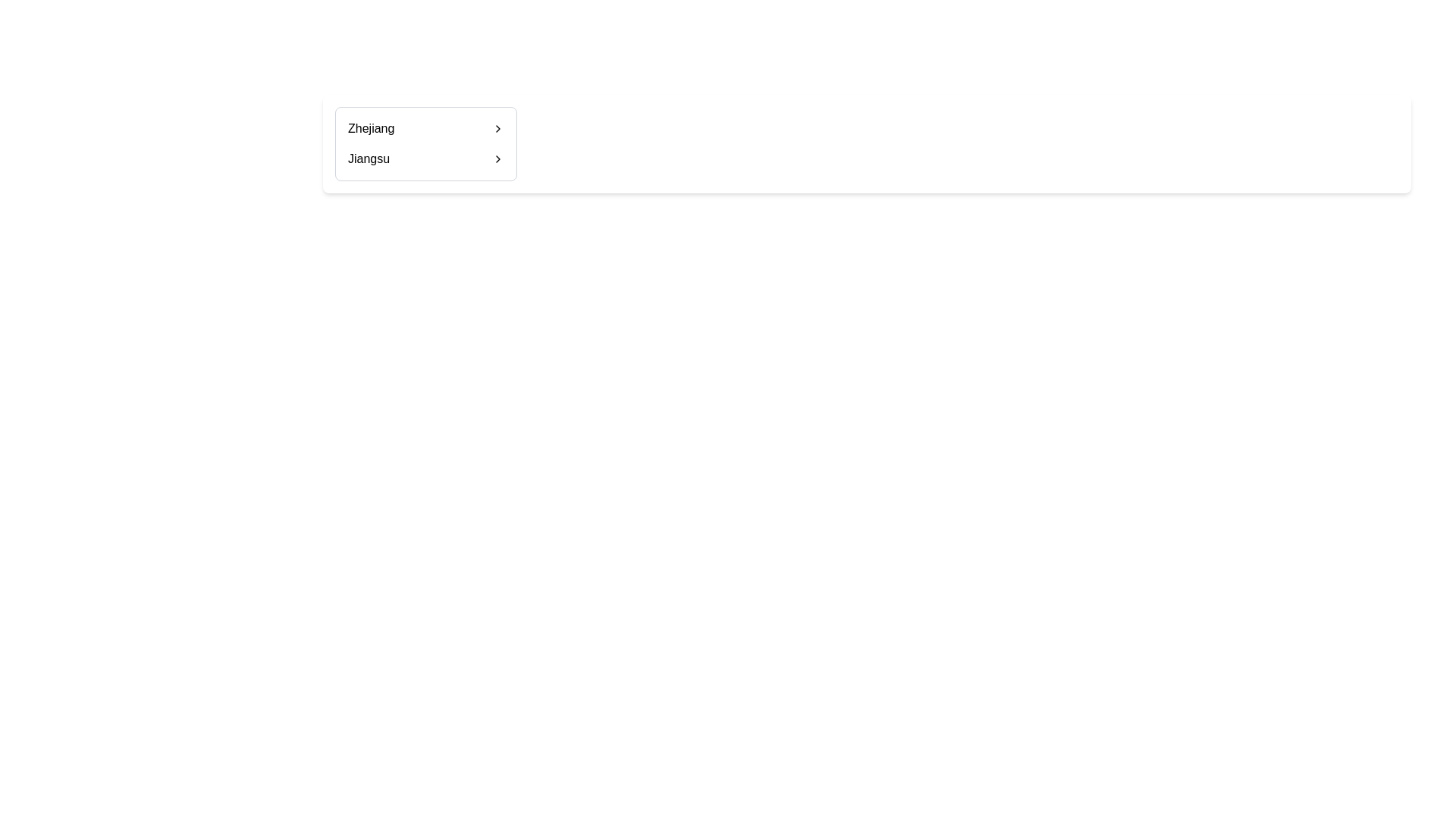 This screenshot has height=819, width=1456. Describe the element at coordinates (369, 158) in the screenshot. I see `the Text label representing a menu item in the second position of a vertical dropdown list` at that location.